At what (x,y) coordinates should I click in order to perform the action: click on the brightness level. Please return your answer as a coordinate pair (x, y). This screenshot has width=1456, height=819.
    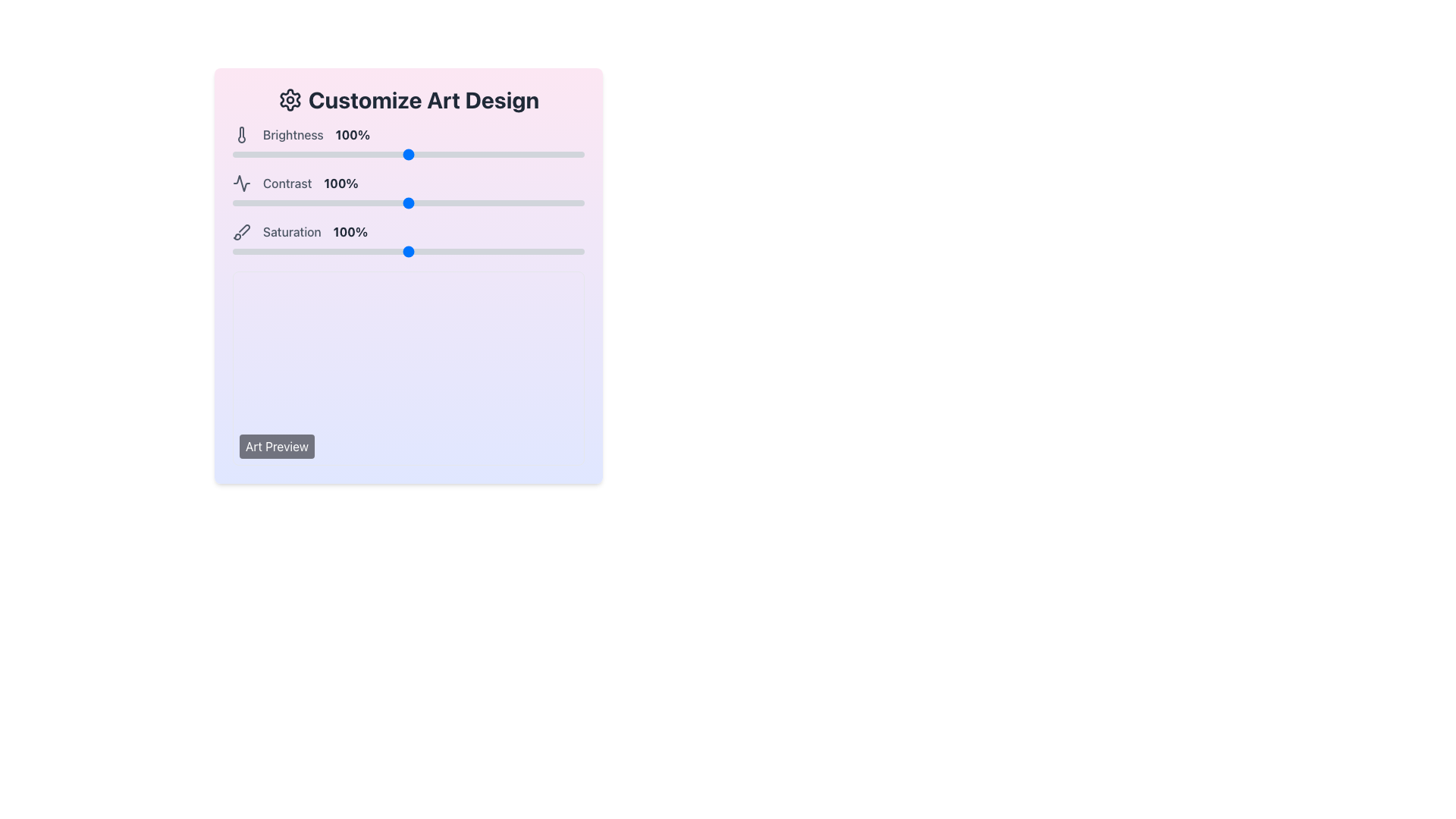
    Looking at the image, I should click on (547, 155).